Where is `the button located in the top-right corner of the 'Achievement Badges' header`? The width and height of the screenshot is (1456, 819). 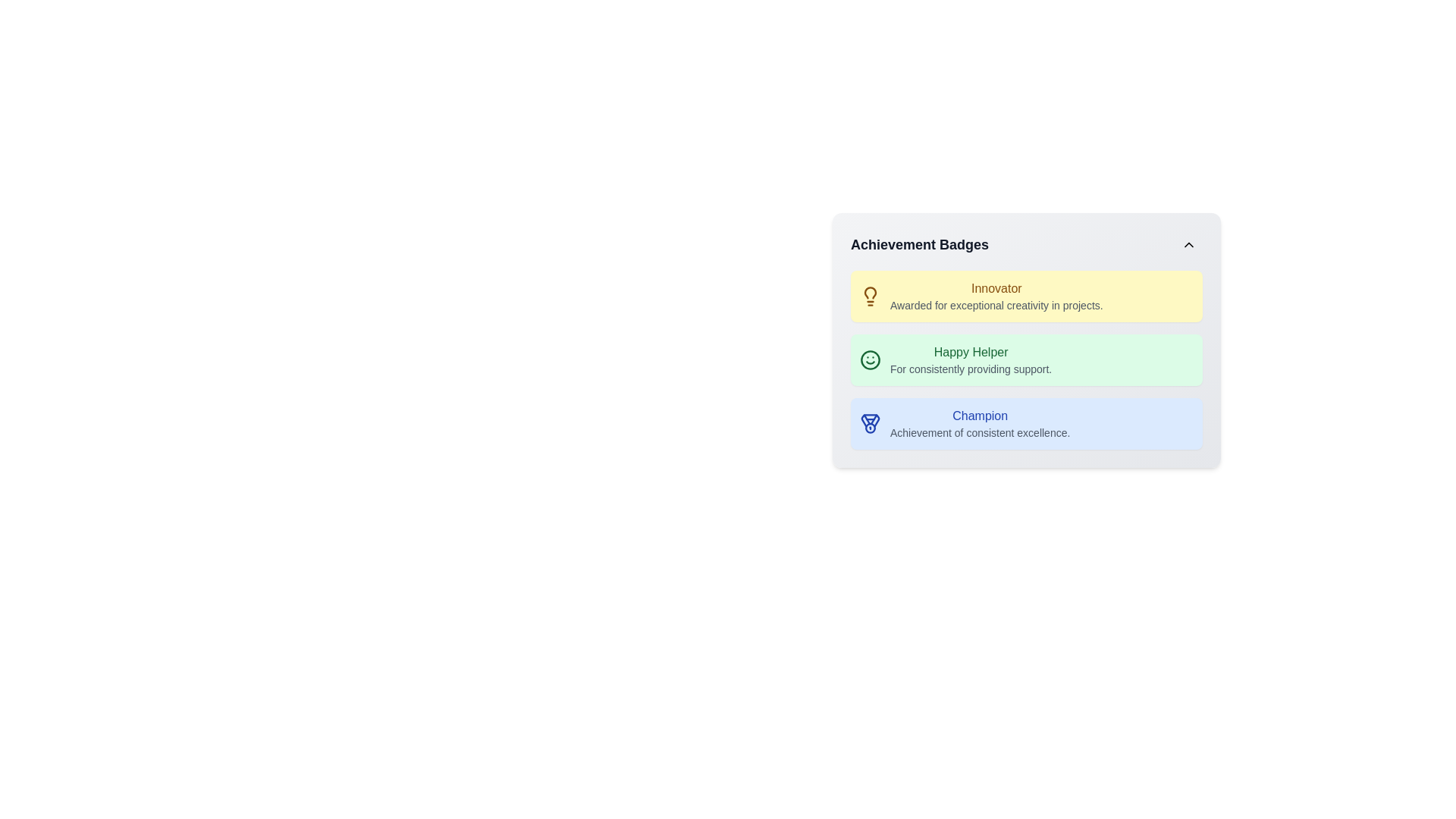 the button located in the top-right corner of the 'Achievement Badges' header is located at coordinates (1188, 244).